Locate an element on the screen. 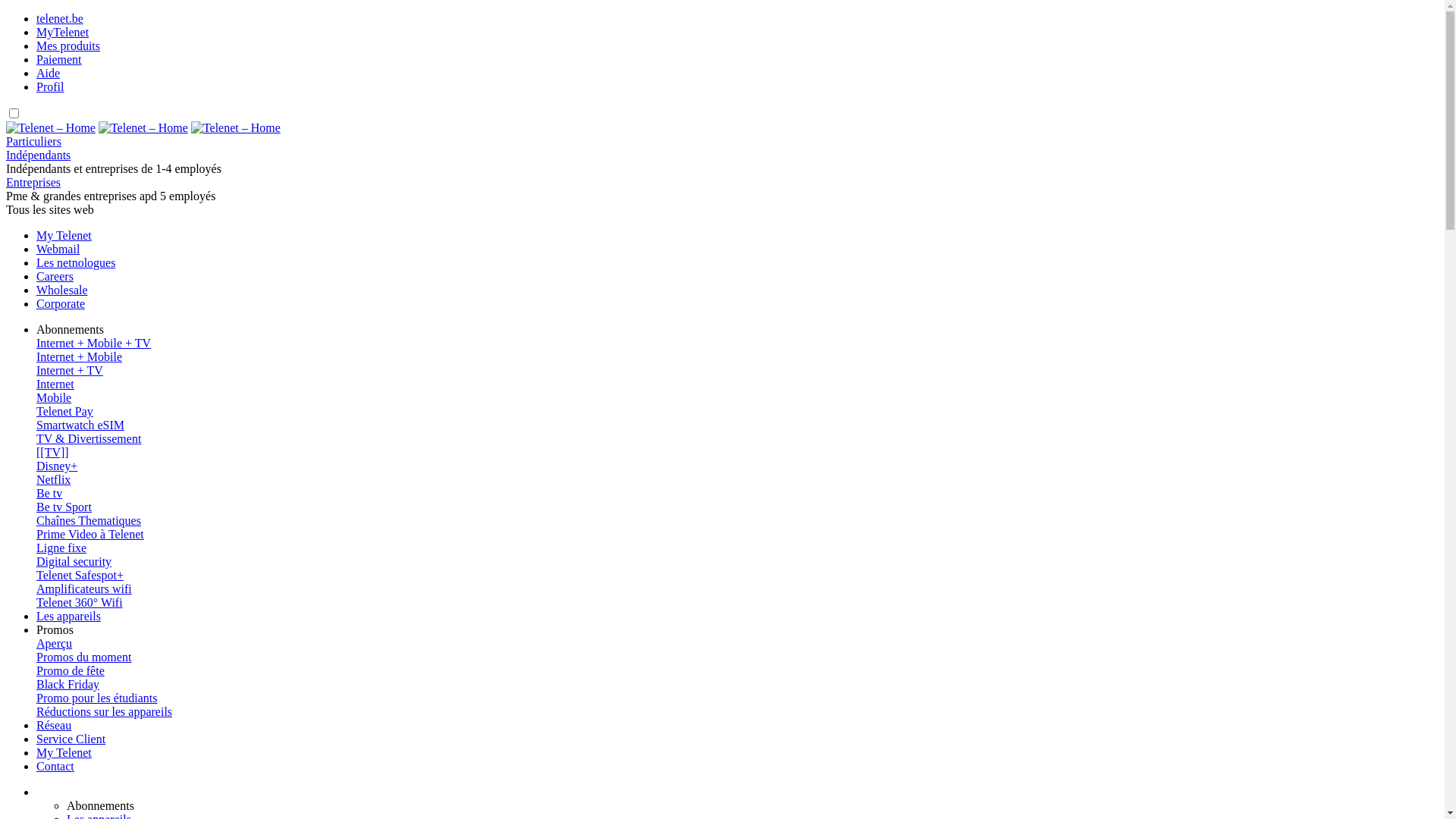  'Promos du moment' is located at coordinates (83, 656).